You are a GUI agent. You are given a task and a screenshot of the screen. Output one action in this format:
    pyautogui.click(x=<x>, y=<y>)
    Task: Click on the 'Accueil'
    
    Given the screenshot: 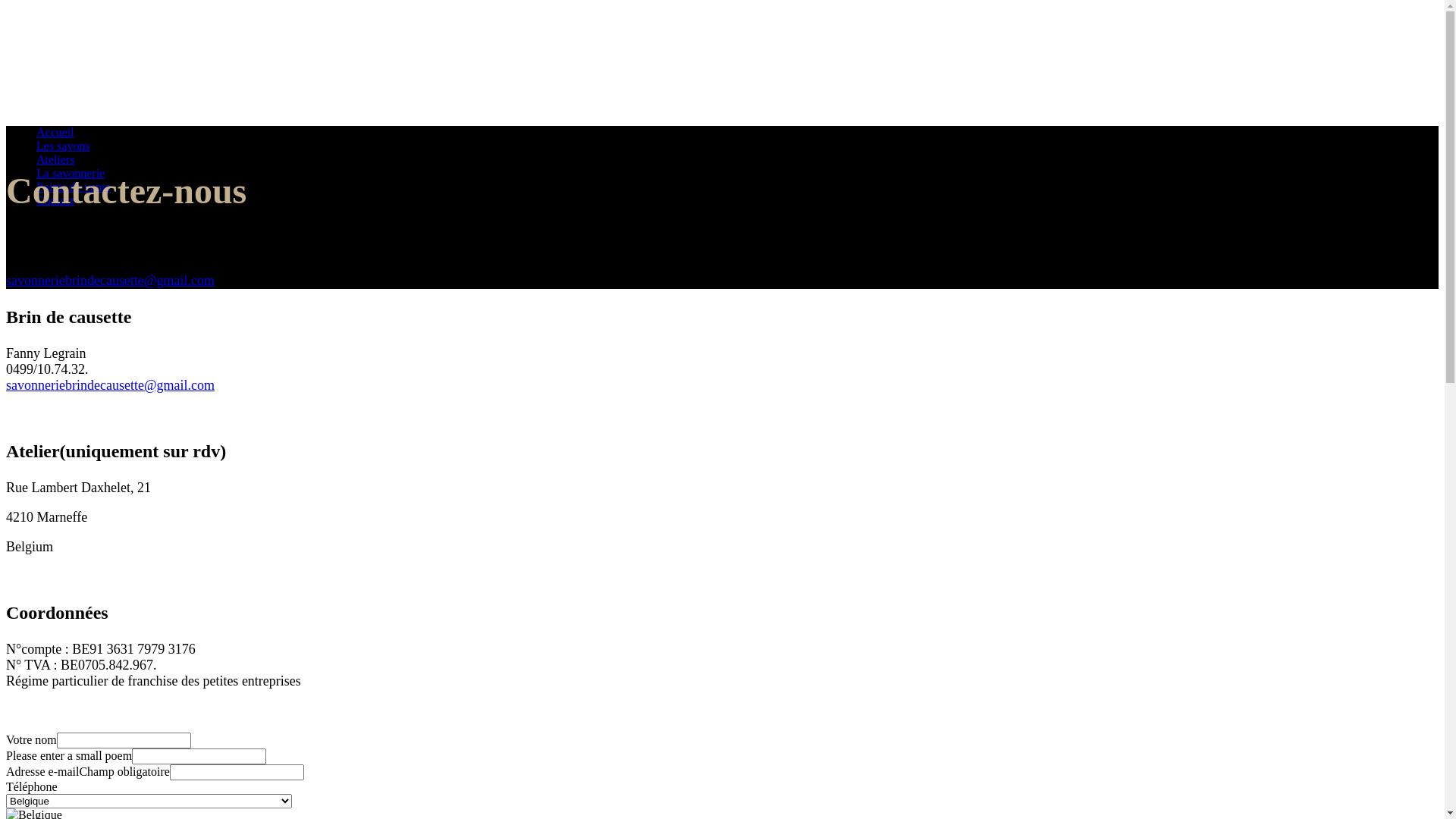 What is the action you would take?
    pyautogui.click(x=55, y=131)
    